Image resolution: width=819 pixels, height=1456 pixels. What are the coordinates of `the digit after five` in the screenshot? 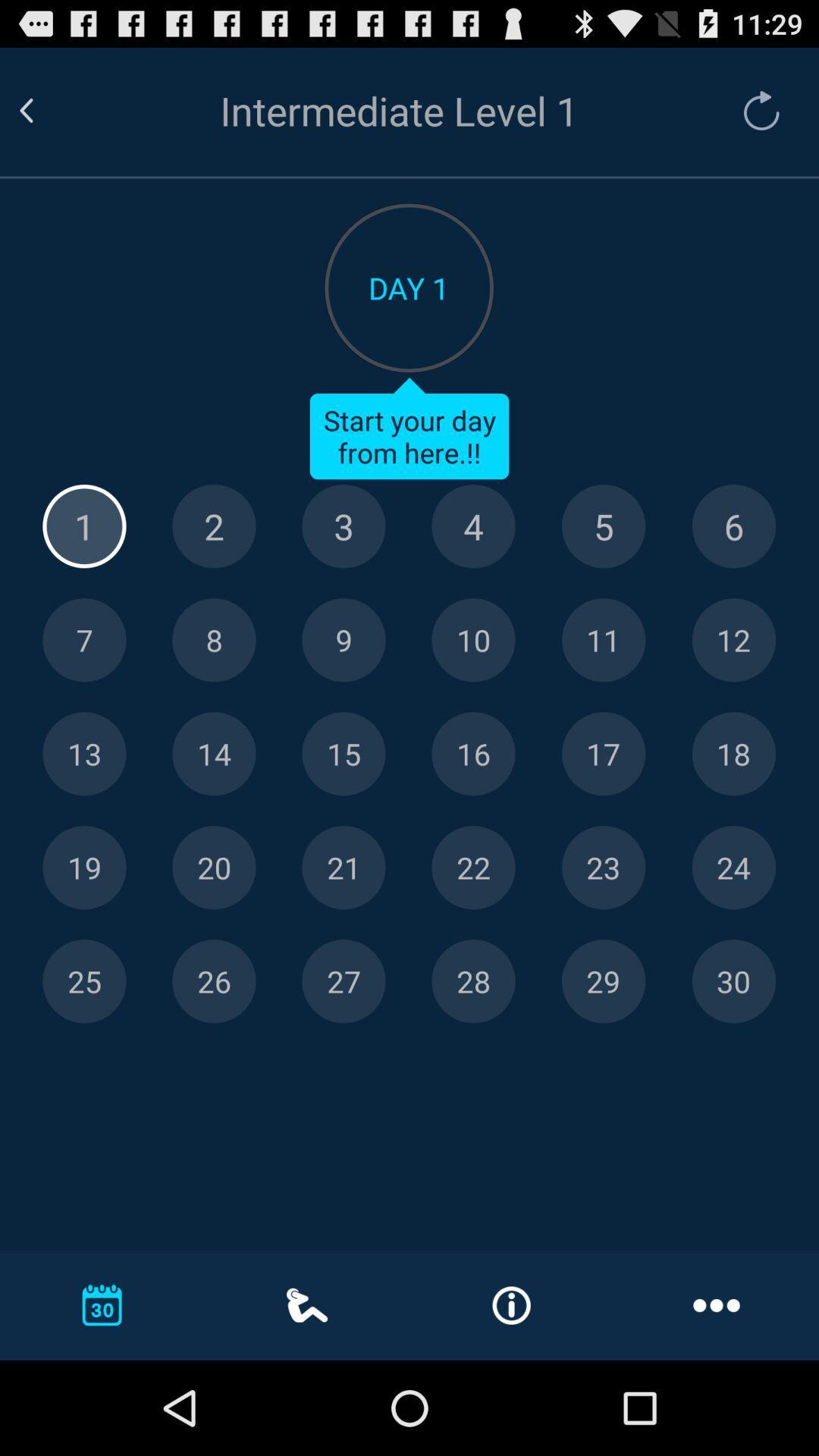 It's located at (733, 526).